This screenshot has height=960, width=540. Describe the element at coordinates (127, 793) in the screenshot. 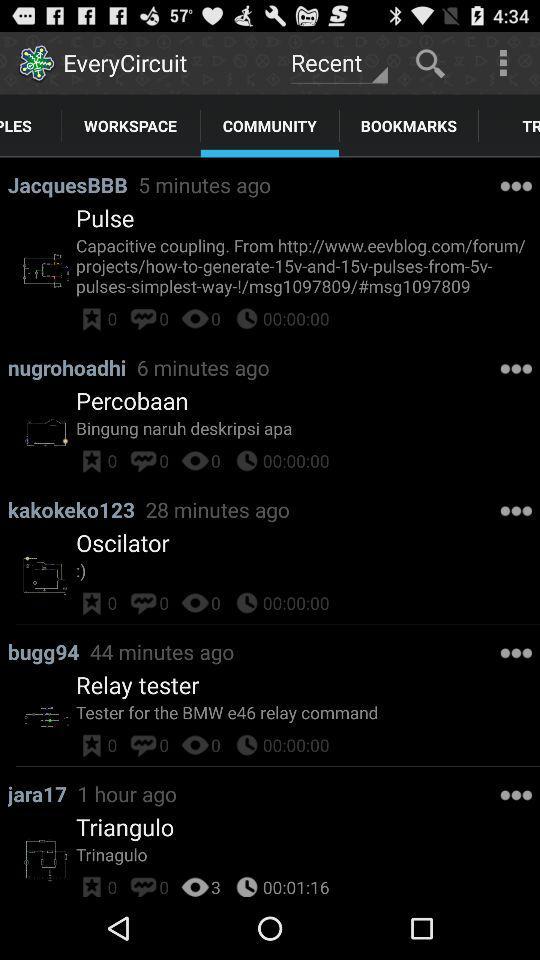

I see `the item next to the jara17` at that location.